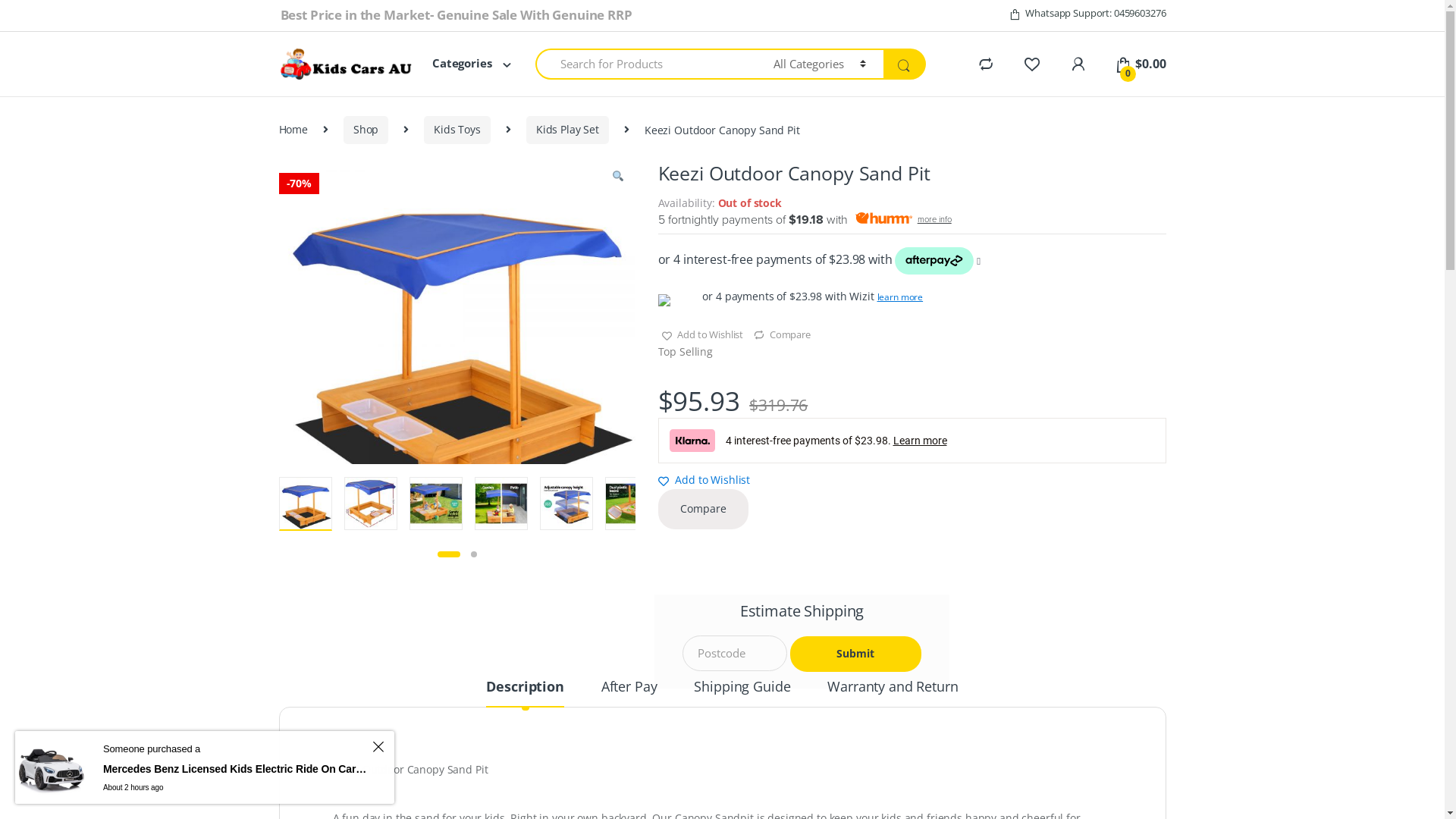 This screenshot has height=819, width=1456. Describe the element at coordinates (1008, 14) in the screenshot. I see `'Whatsapp Support: 0459603276'` at that location.